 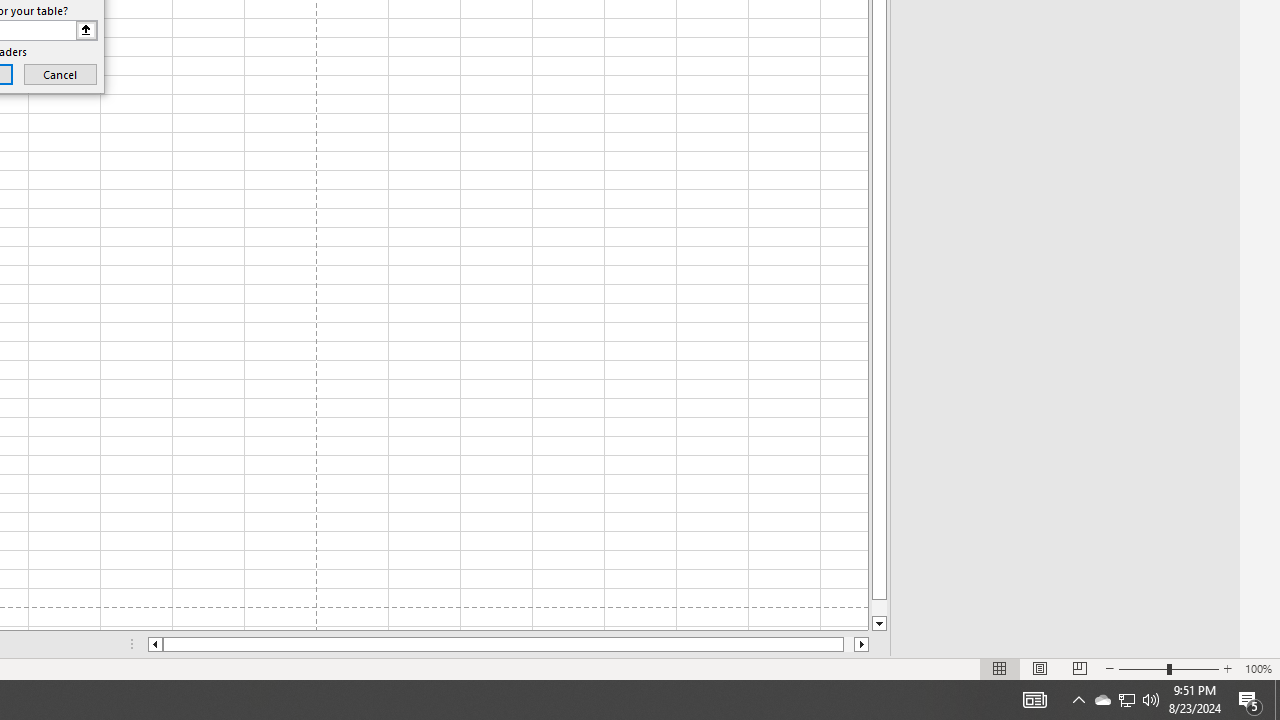 I want to click on 'Page Break Preview', so click(x=1078, y=669).